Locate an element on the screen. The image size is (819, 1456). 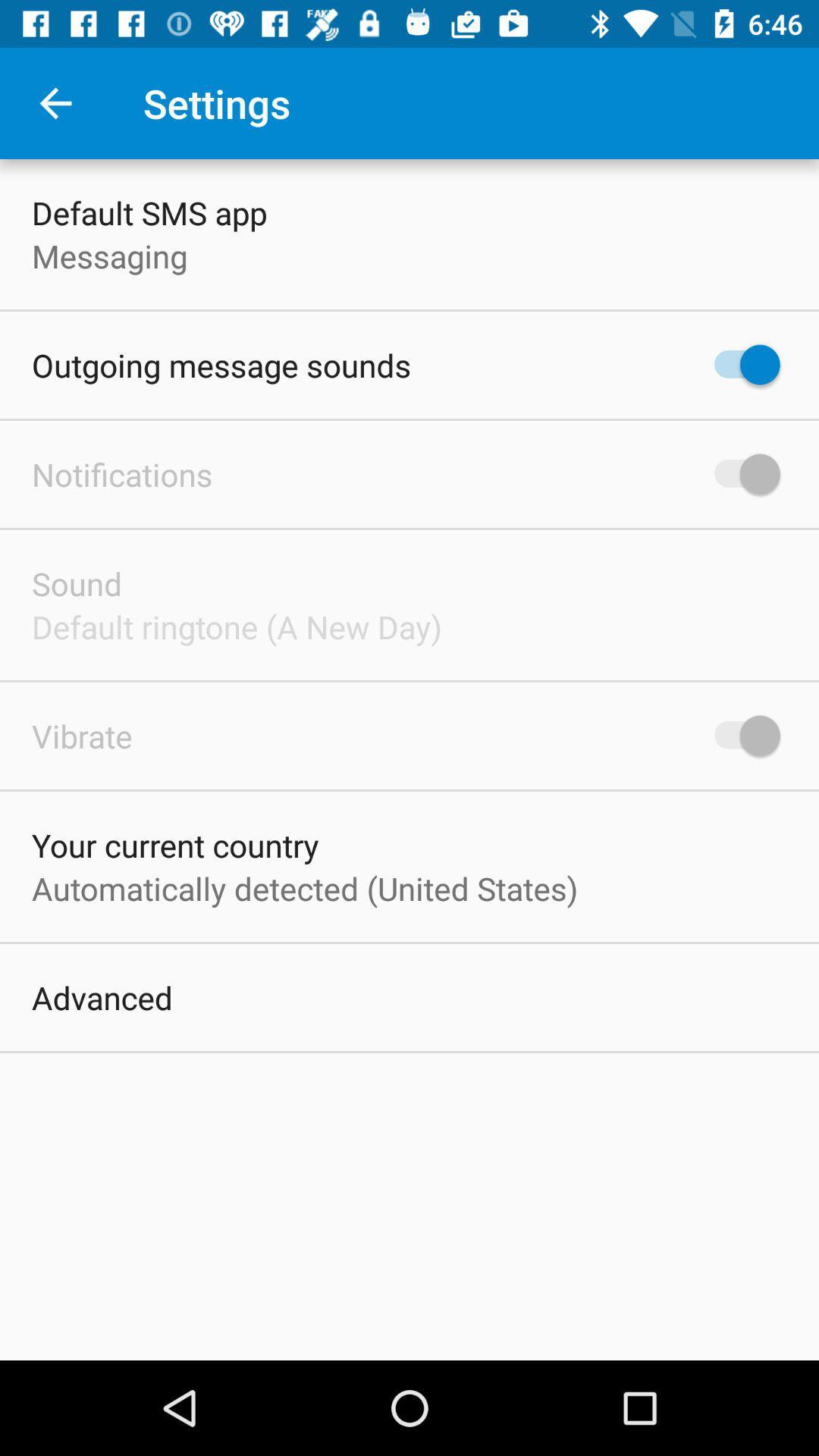
messaging icon is located at coordinates (108, 256).